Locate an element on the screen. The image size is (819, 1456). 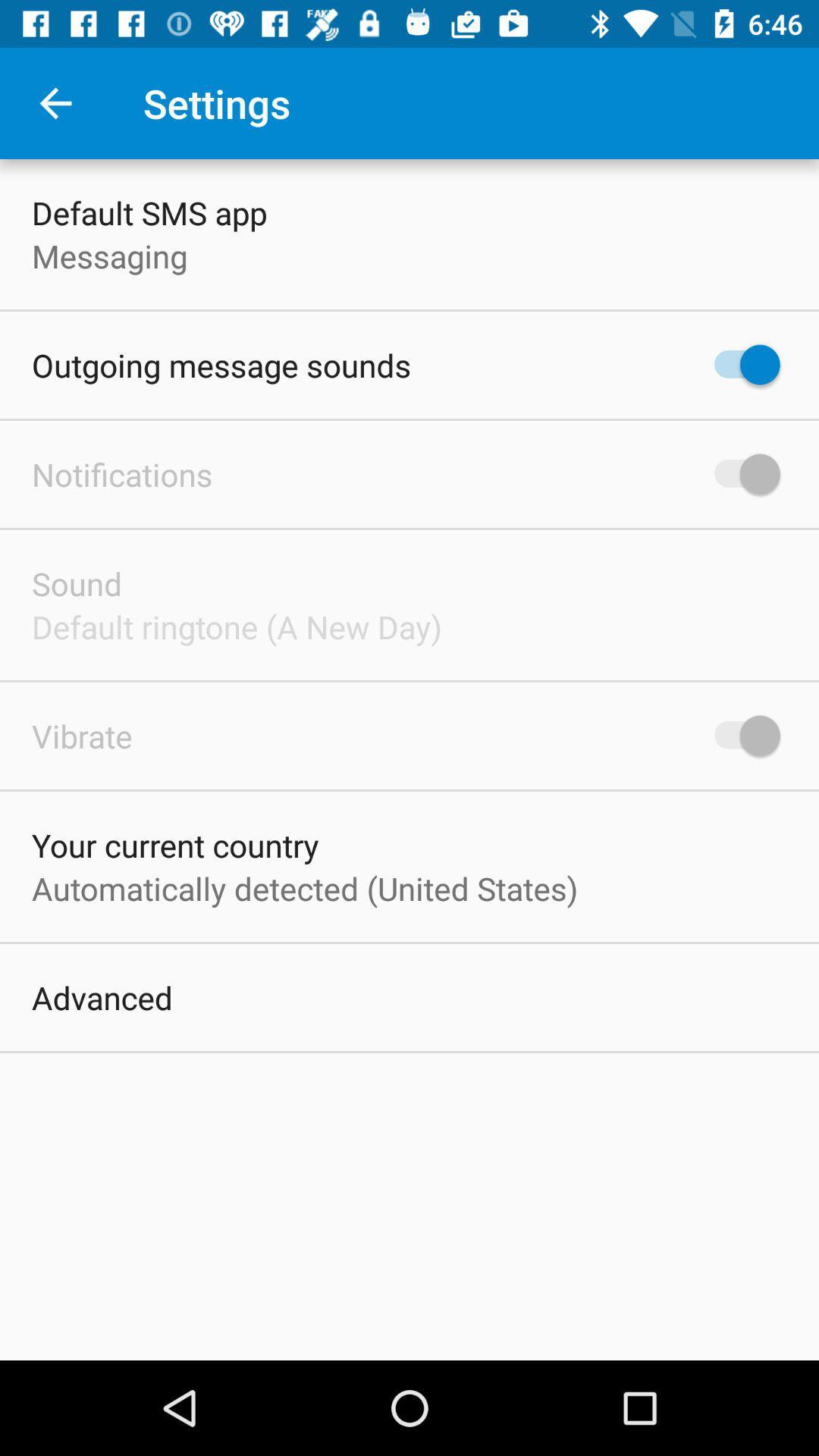
messaging icon is located at coordinates (108, 256).